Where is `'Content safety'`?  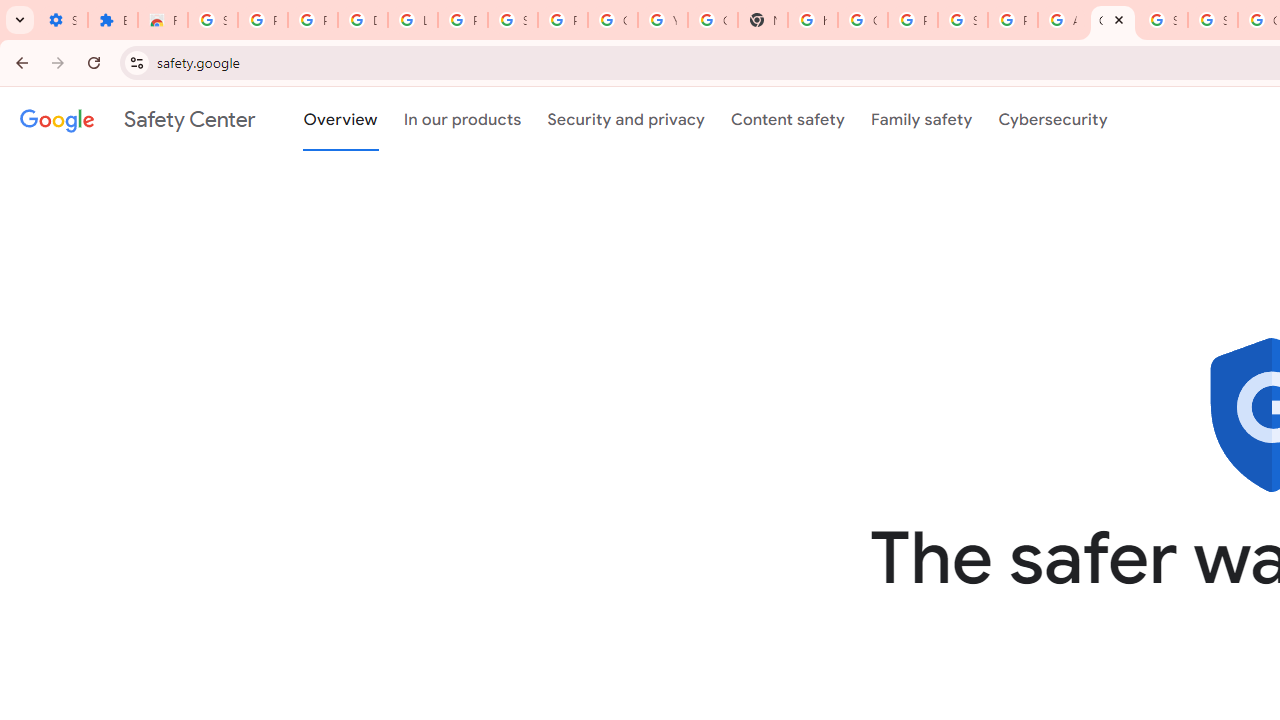 'Content safety' is located at coordinates (786, 119).